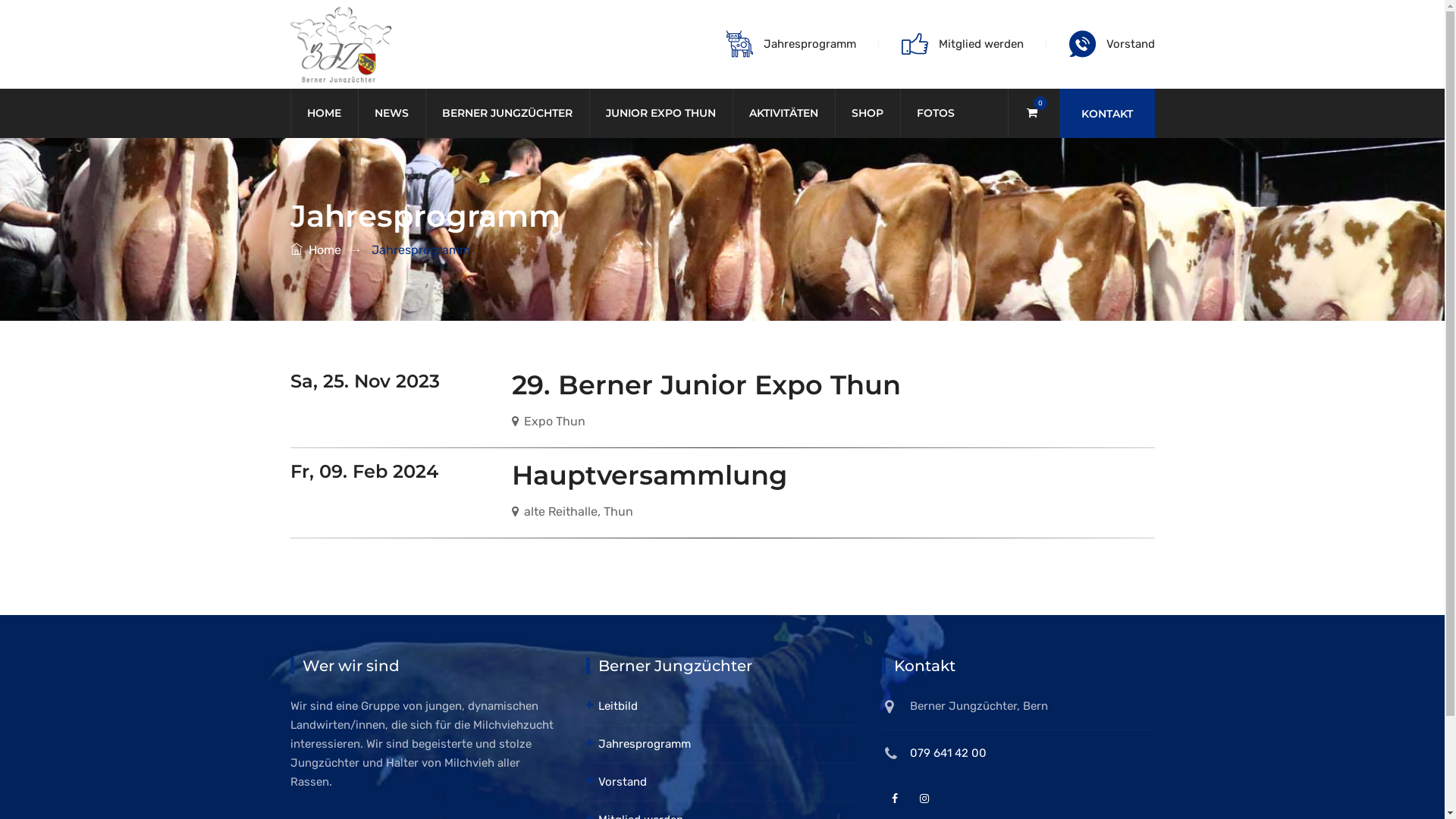 Image resolution: width=1456 pixels, height=819 pixels. I want to click on 'Vorstand', so click(615, 781).